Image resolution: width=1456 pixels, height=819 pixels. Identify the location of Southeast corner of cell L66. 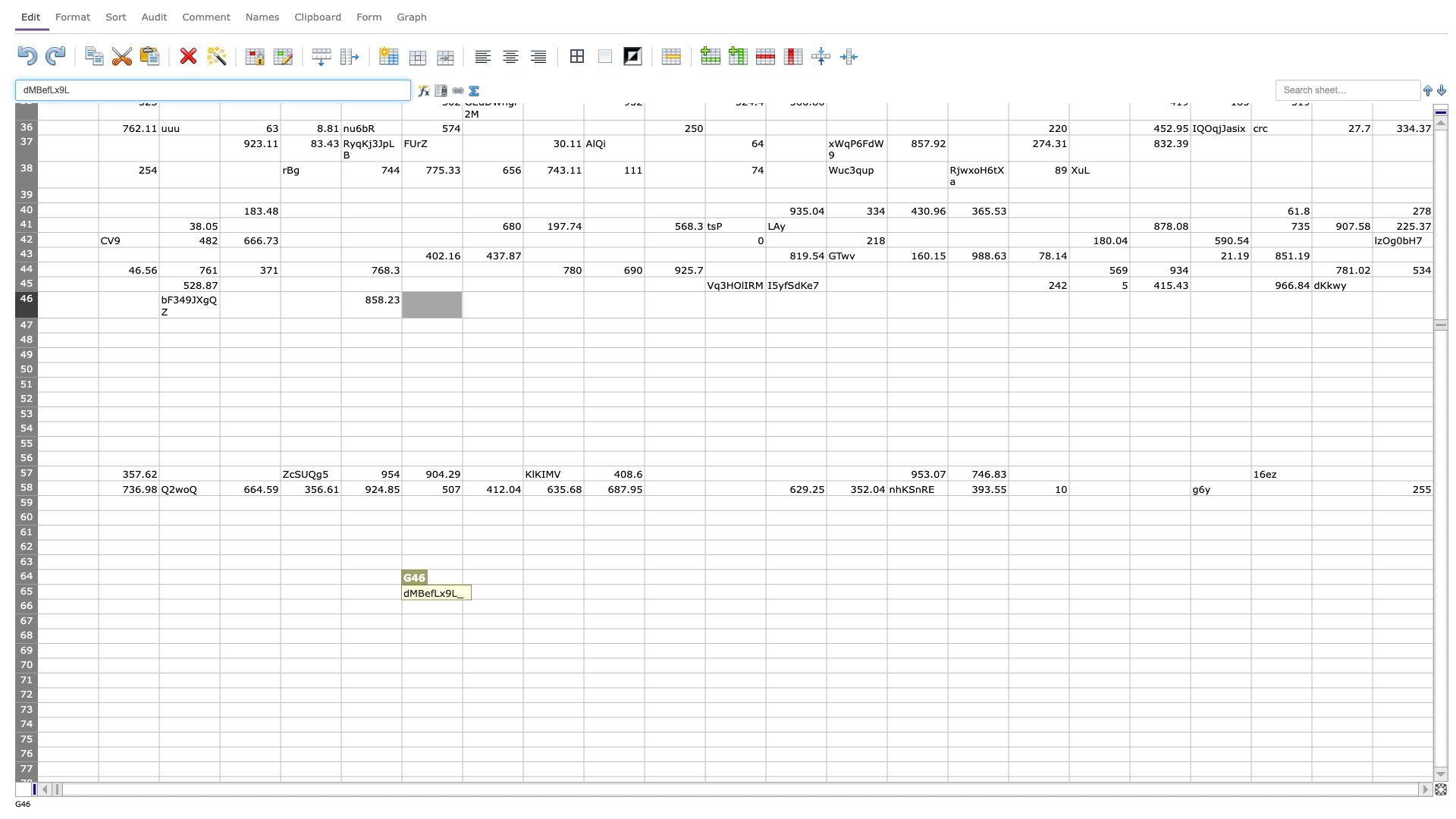
(765, 613).